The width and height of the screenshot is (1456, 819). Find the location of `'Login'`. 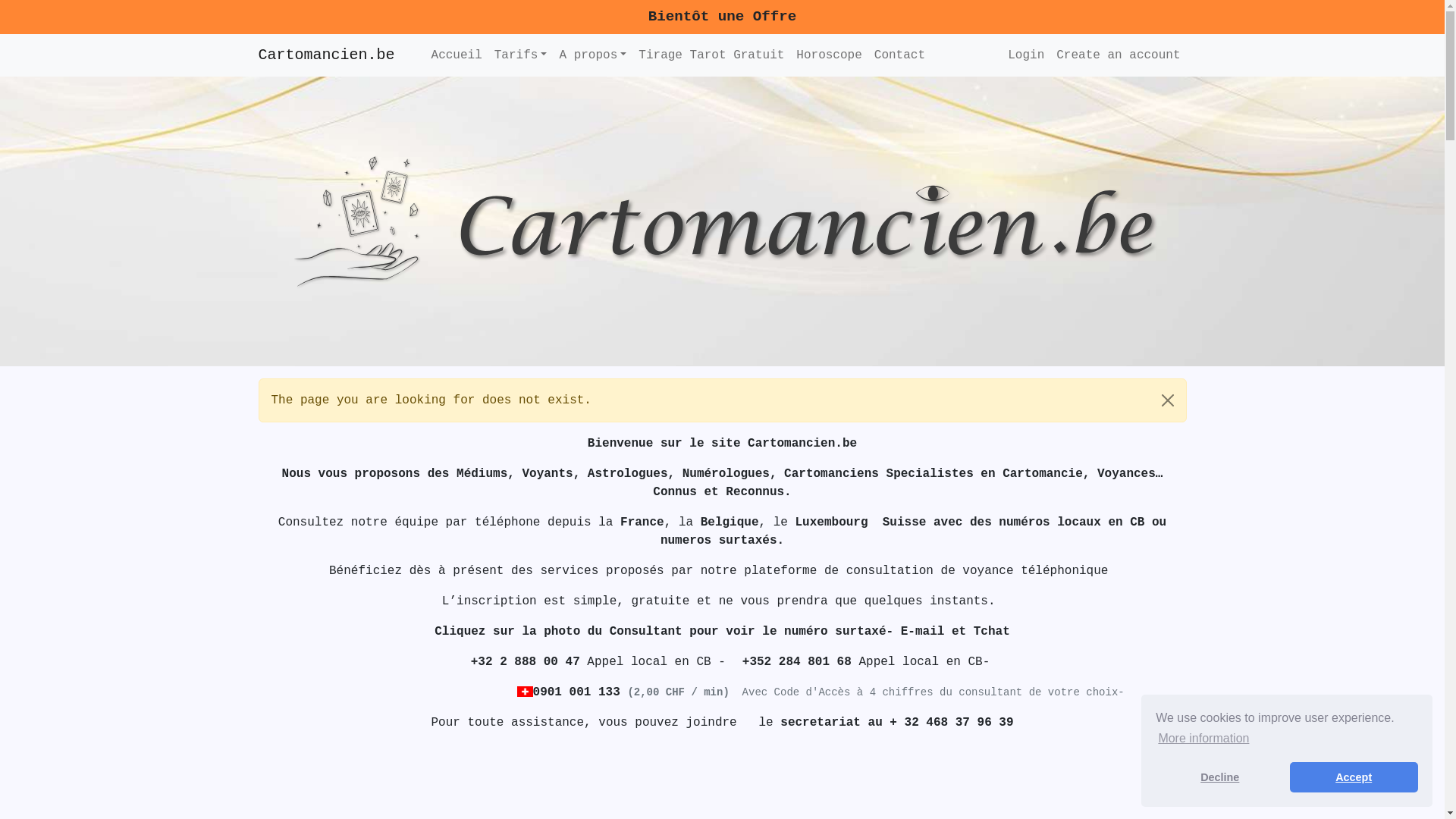

'Login' is located at coordinates (1026, 55).